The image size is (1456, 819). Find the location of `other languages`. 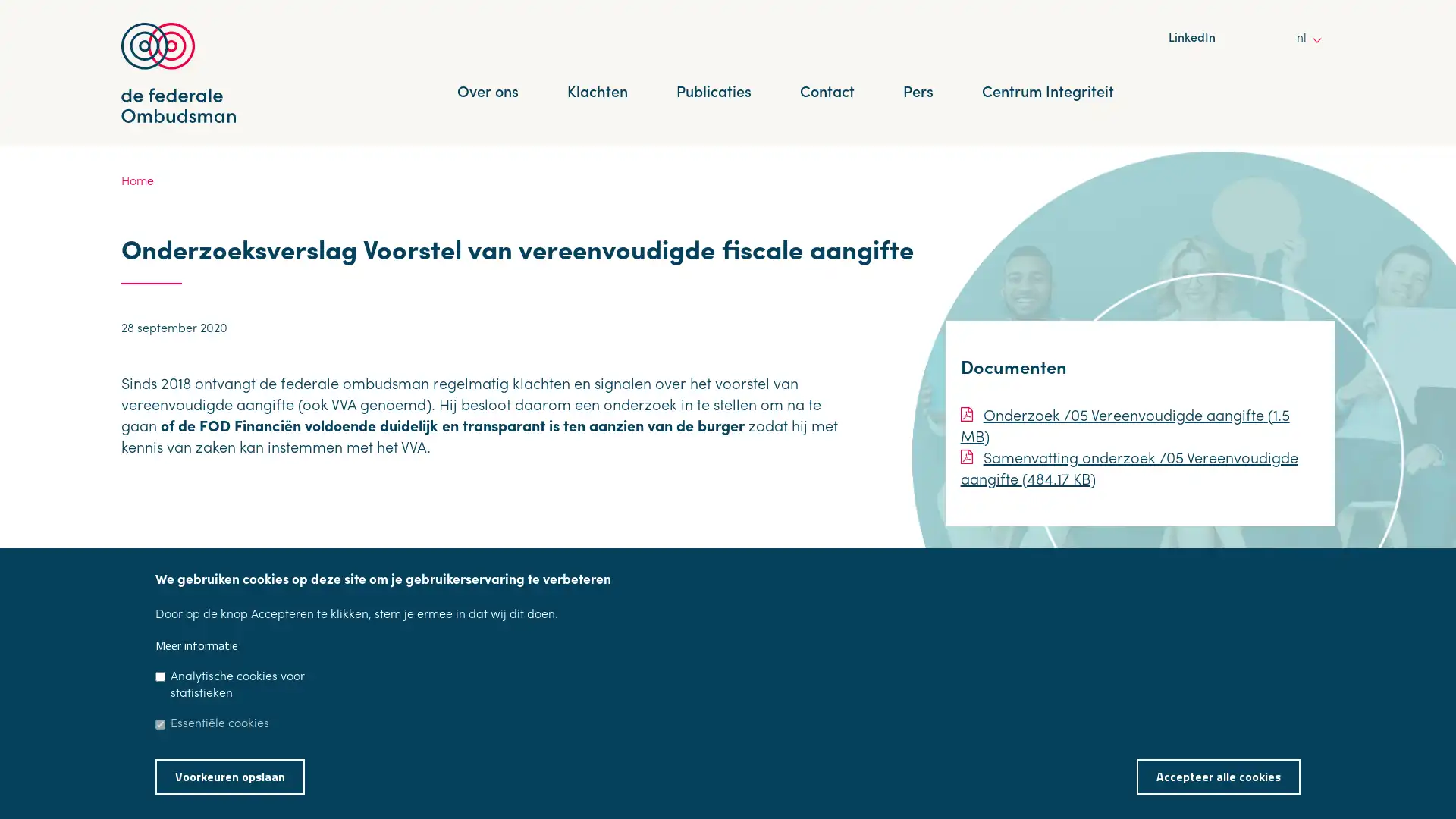

other languages is located at coordinates (1320, 37).